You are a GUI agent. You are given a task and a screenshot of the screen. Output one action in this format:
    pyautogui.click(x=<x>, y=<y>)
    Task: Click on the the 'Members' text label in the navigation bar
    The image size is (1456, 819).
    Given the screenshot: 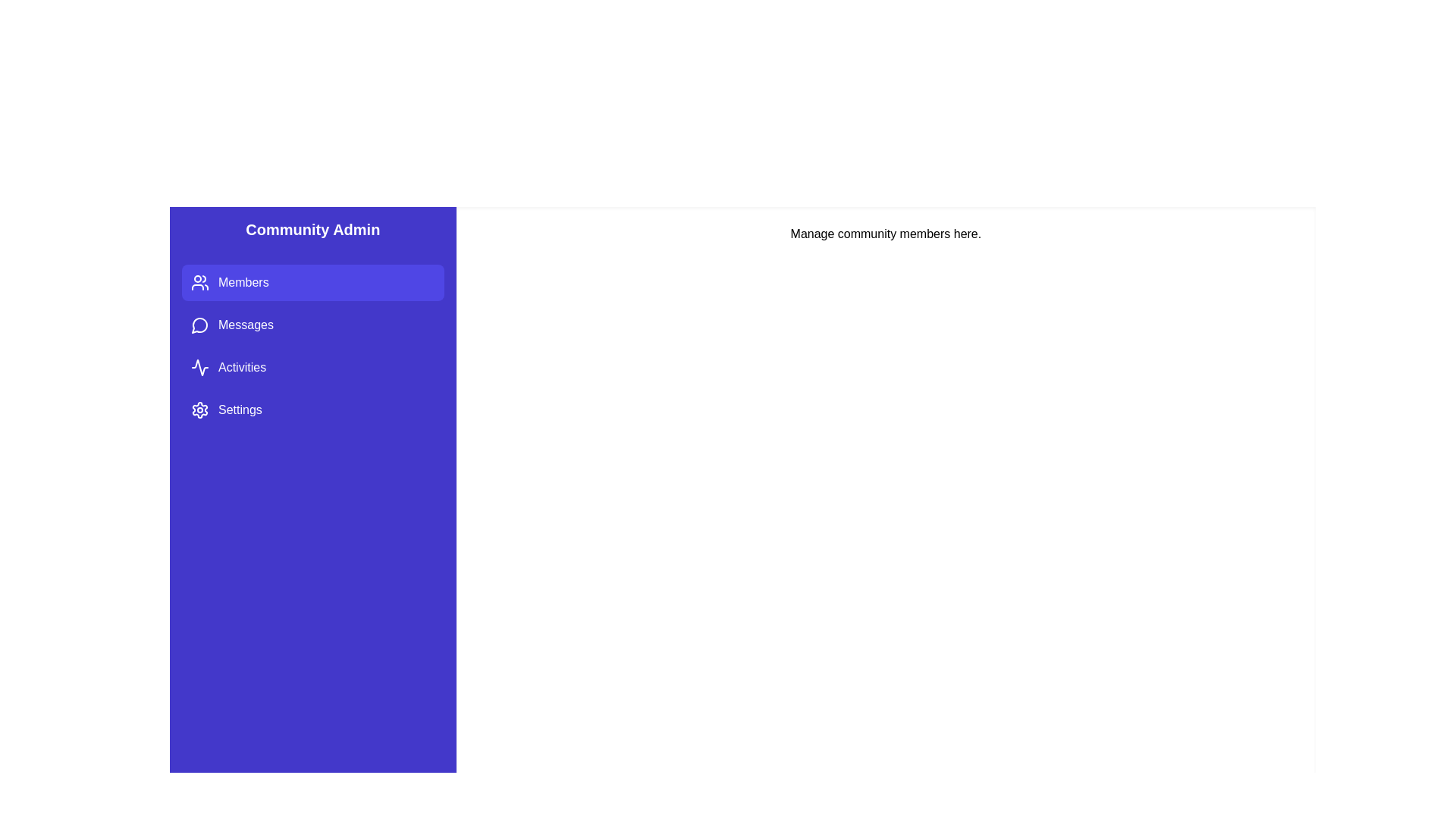 What is the action you would take?
    pyautogui.click(x=243, y=283)
    